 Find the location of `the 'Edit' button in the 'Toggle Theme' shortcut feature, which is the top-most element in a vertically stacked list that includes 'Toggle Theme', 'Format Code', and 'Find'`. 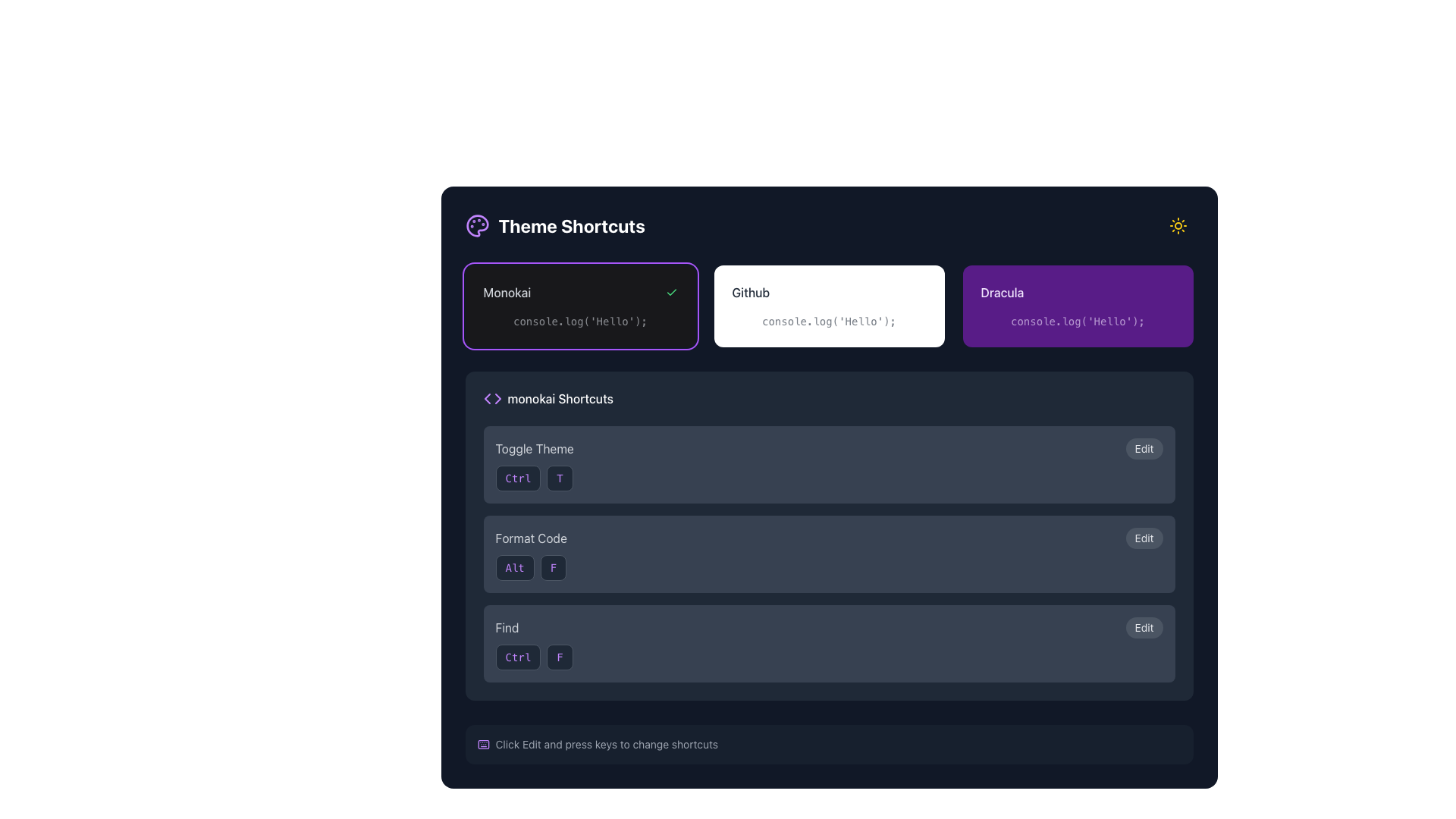

the 'Edit' button in the 'Toggle Theme' shortcut feature, which is the top-most element in a vertically stacked list that includes 'Toggle Theme', 'Format Code', and 'Find' is located at coordinates (828, 464).